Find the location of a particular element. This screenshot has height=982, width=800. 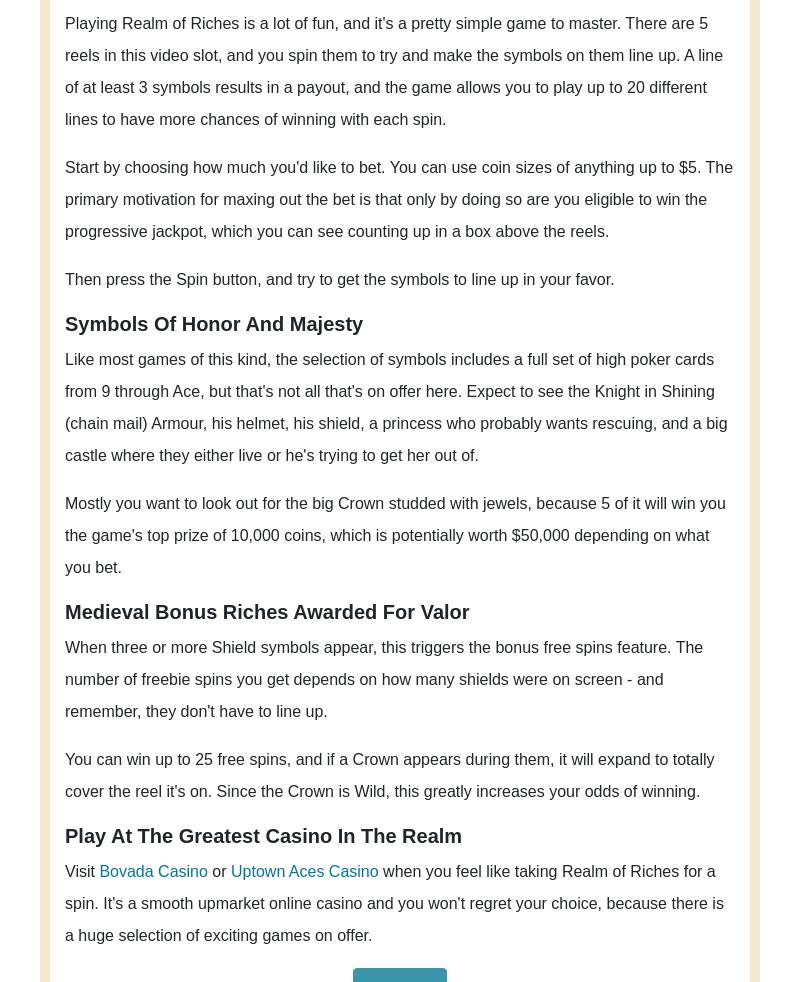

'Cafe Casino' is located at coordinates (575, 193).